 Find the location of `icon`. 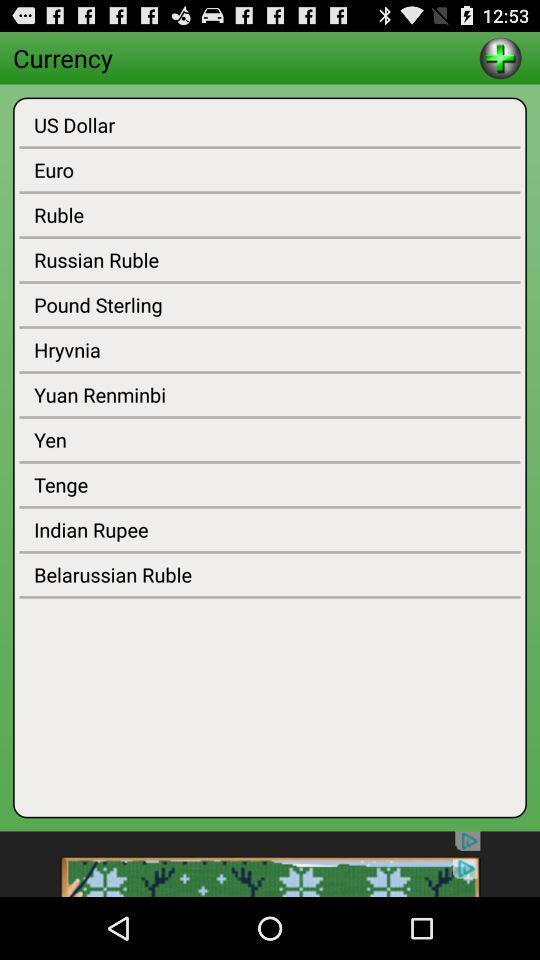

icon is located at coordinates (499, 56).